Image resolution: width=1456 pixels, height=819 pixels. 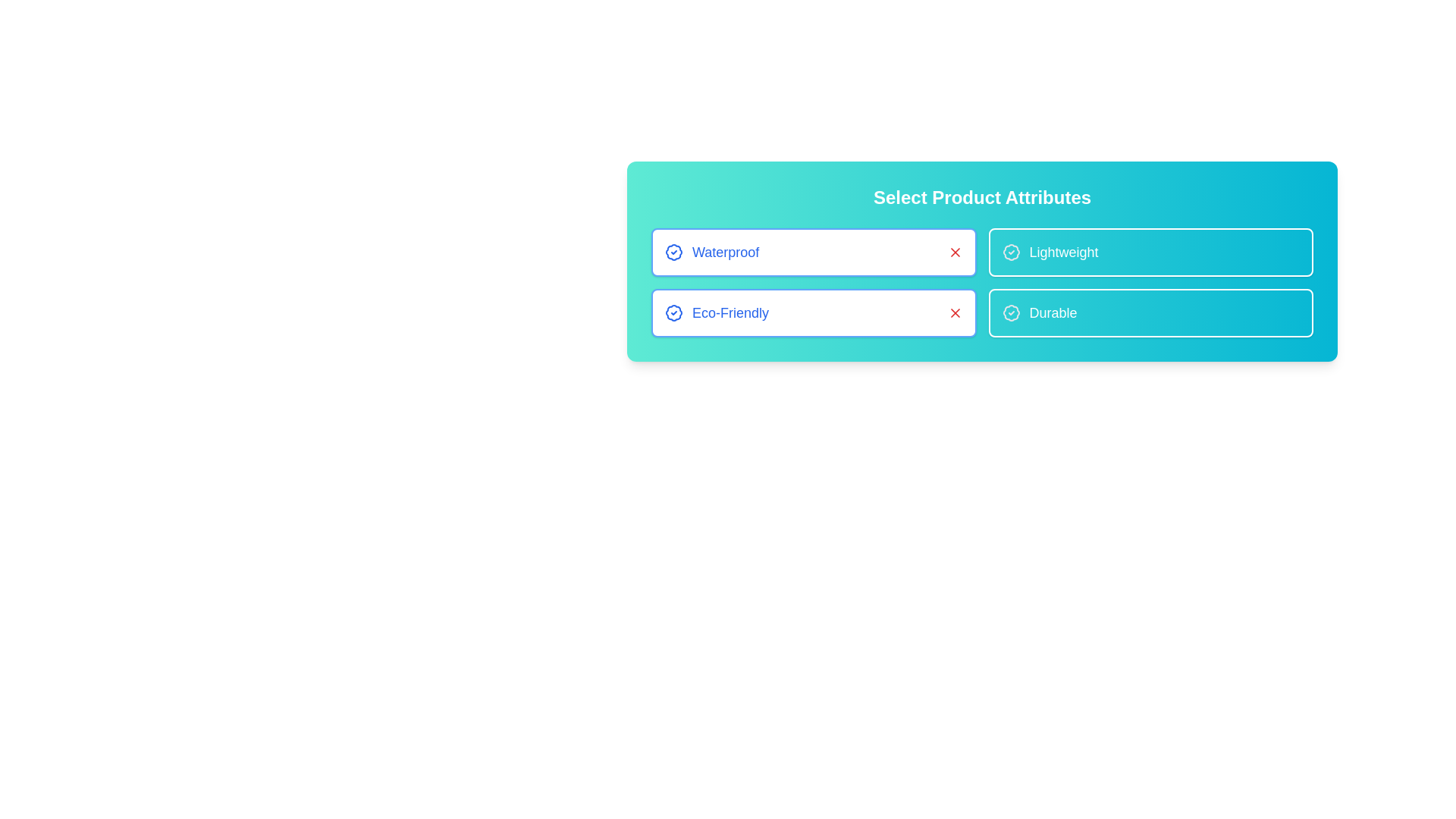 I want to click on the 'X' icon associated with the attribute Eco-Friendly to deactivate it, so click(x=954, y=312).